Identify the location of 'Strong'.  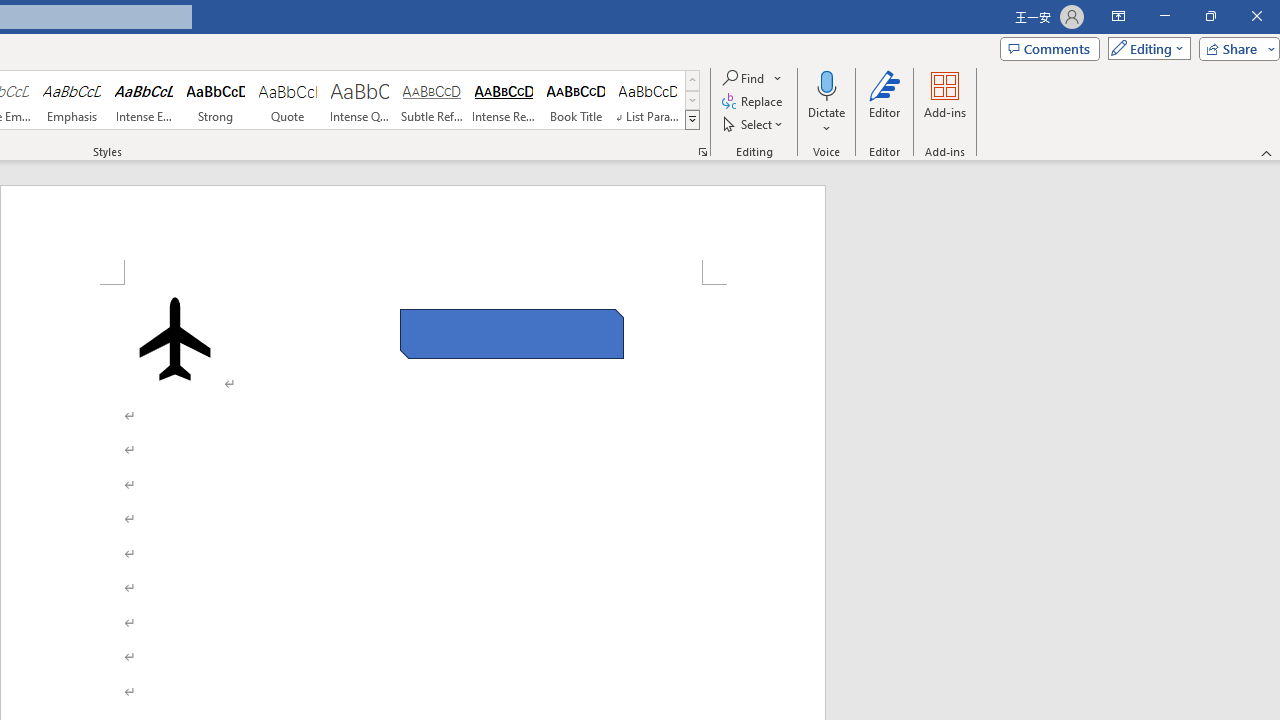
(216, 100).